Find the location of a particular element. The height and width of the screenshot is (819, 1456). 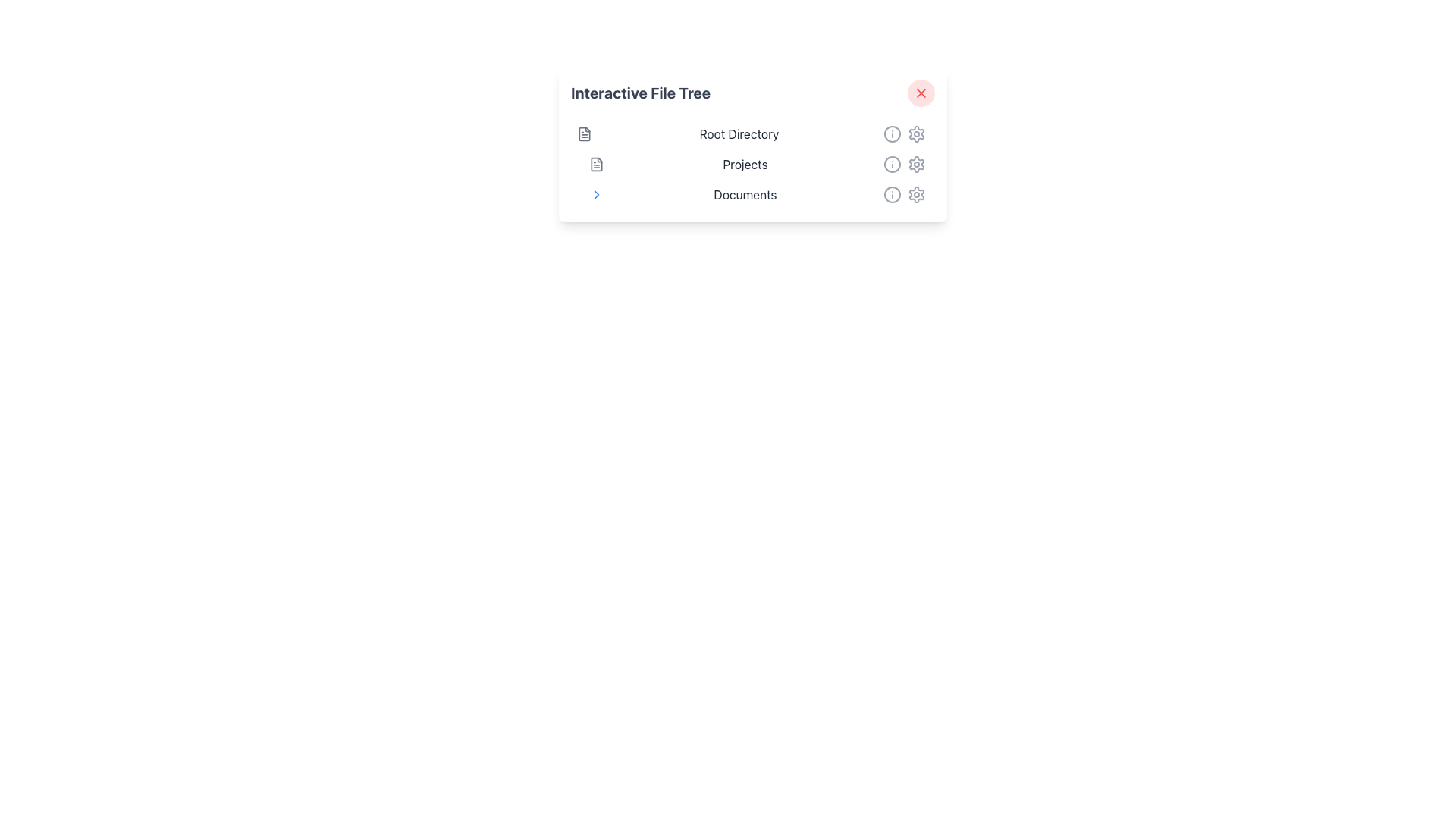

the right-pointing chevron icon located to the right of the 'Documents' label in the third row of the file tree component is located at coordinates (596, 194).